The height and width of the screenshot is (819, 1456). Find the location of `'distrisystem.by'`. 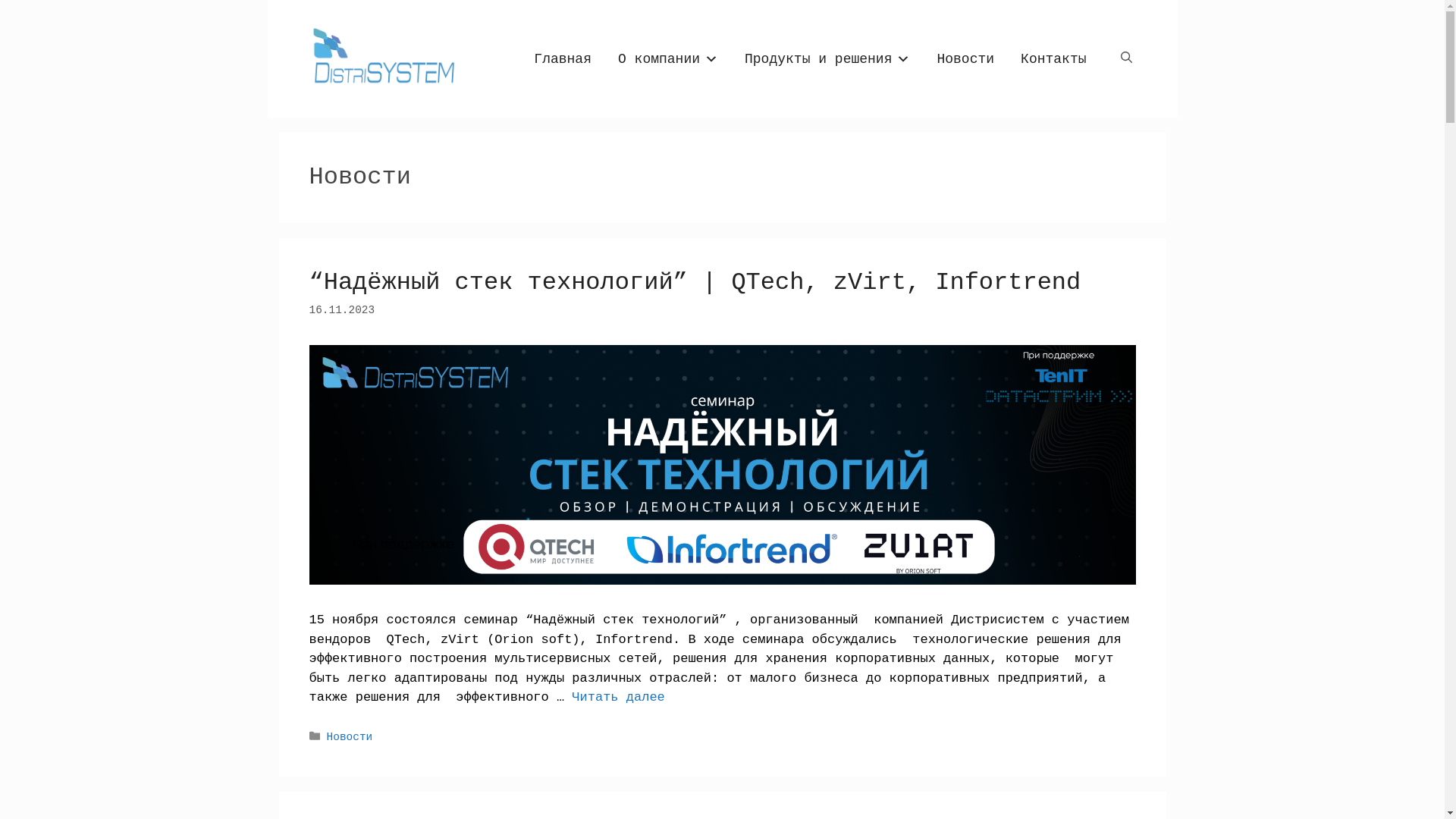

'distrisystem.by' is located at coordinates (381, 58).